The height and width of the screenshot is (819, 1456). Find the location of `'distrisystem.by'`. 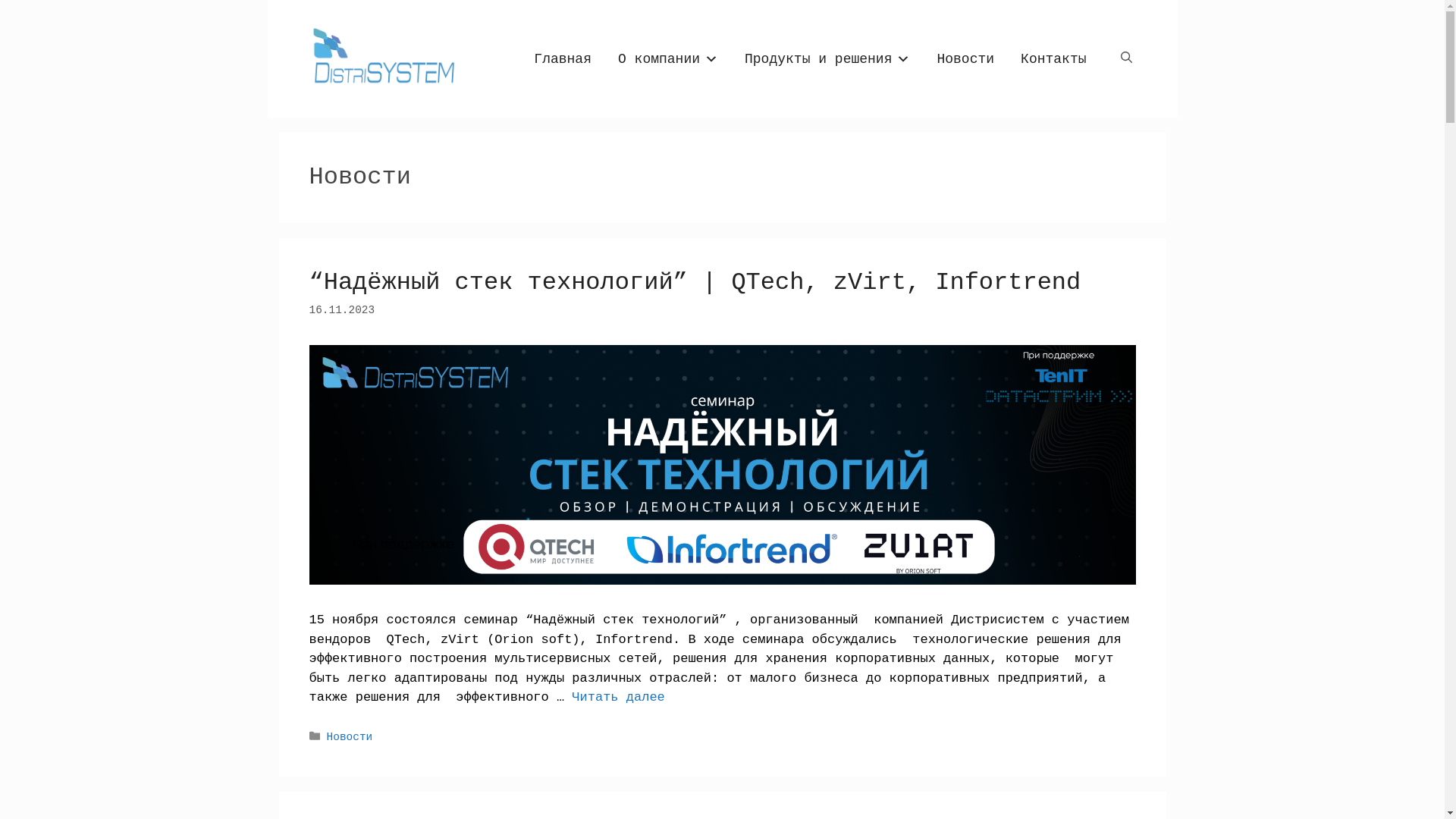

'distrisystem.by' is located at coordinates (381, 58).